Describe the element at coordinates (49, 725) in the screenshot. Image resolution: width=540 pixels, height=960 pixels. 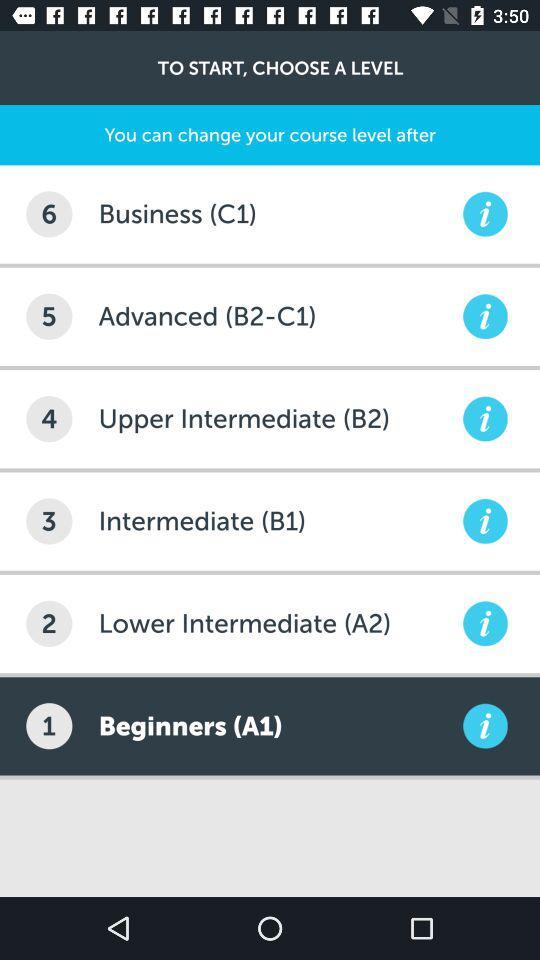
I see `the 1` at that location.